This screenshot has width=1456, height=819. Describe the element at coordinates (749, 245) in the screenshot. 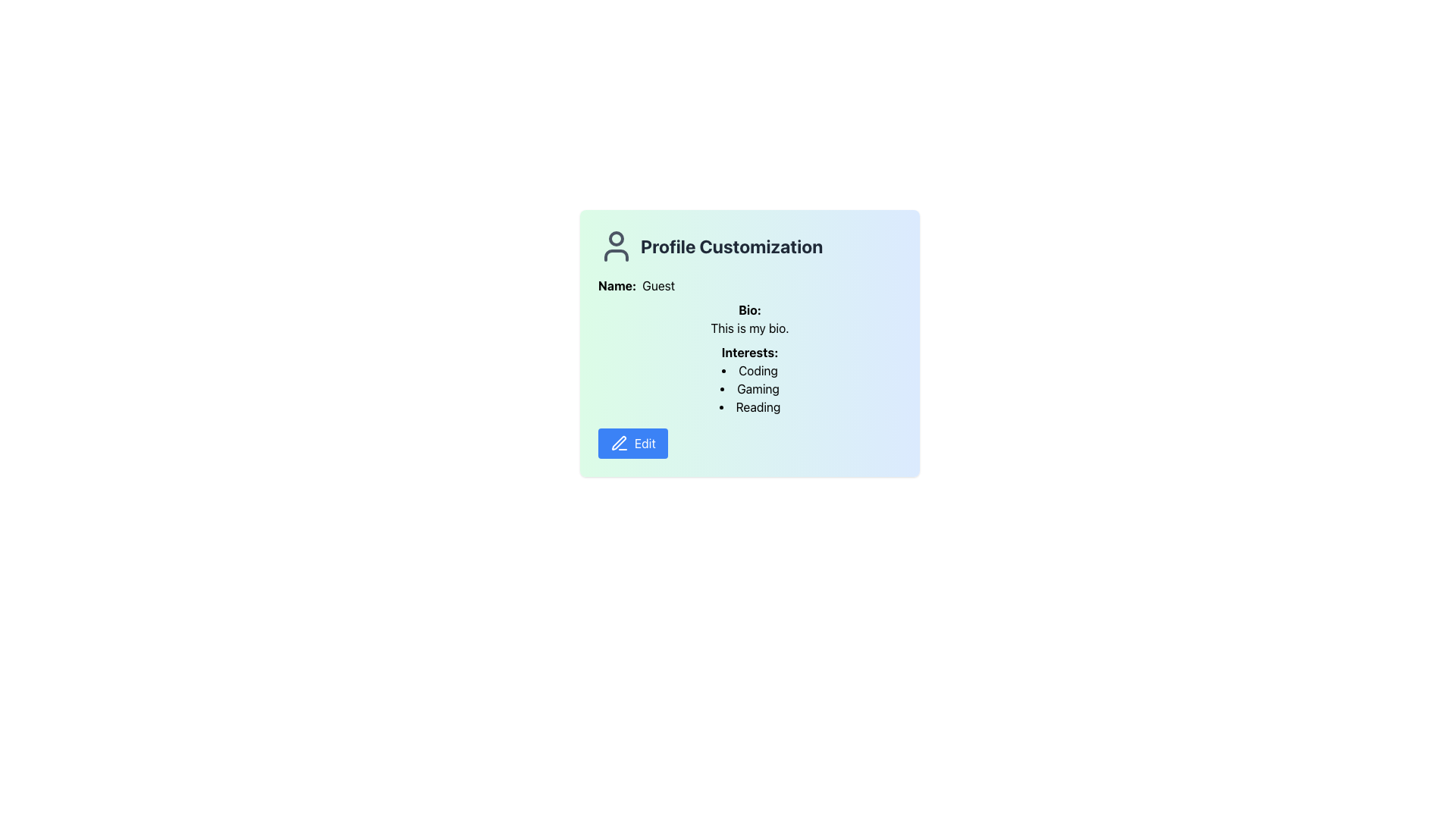

I see `the Heading with Icon that serves as a title for profile customization, positioned at the top of the card and above sections like 'Name', 'Bio', and 'Interests'` at that location.